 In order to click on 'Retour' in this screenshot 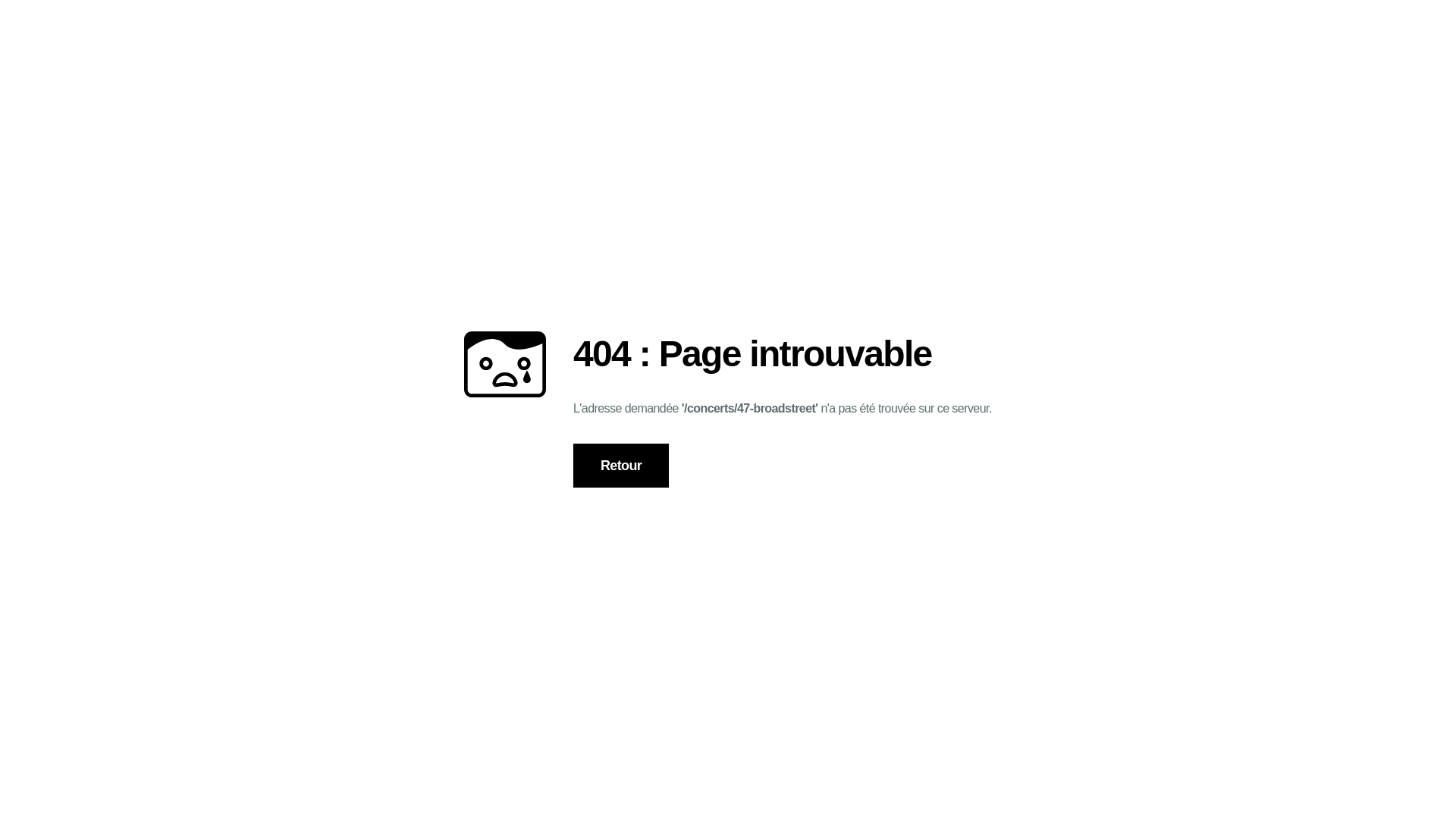, I will do `click(621, 465)`.